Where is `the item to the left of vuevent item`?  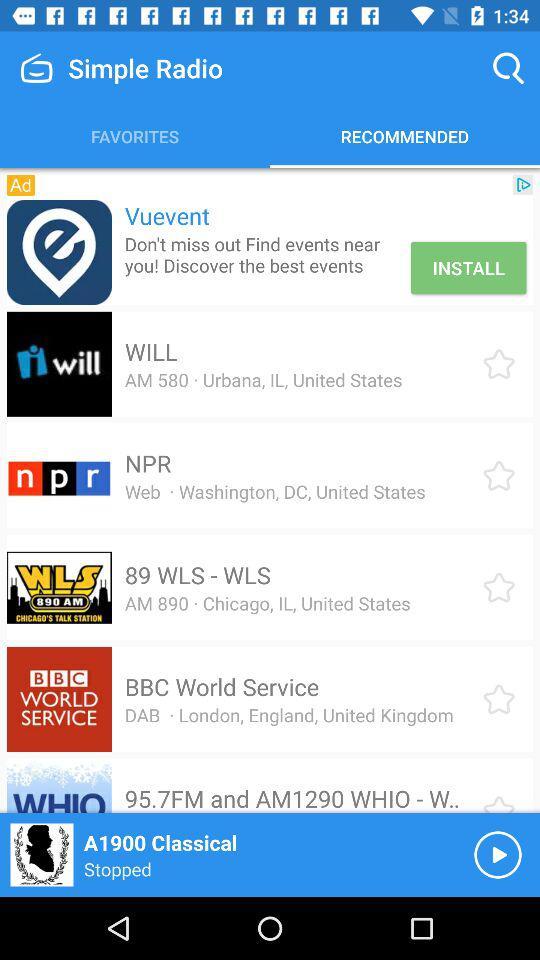
the item to the left of vuevent item is located at coordinates (59, 251).